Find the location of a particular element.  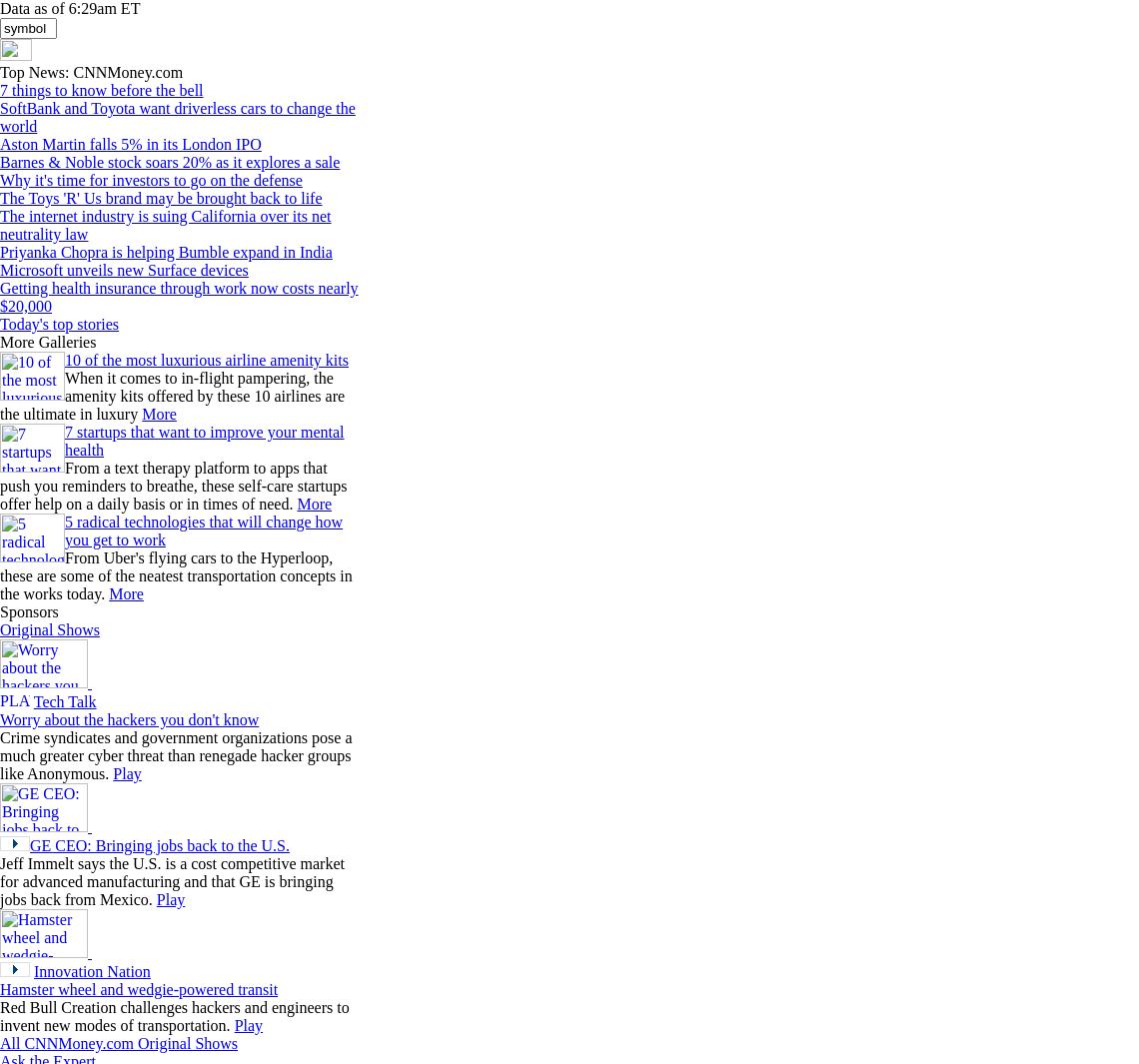

'Hamster wheel and wedgie-powered transit' is located at coordinates (0, 989).